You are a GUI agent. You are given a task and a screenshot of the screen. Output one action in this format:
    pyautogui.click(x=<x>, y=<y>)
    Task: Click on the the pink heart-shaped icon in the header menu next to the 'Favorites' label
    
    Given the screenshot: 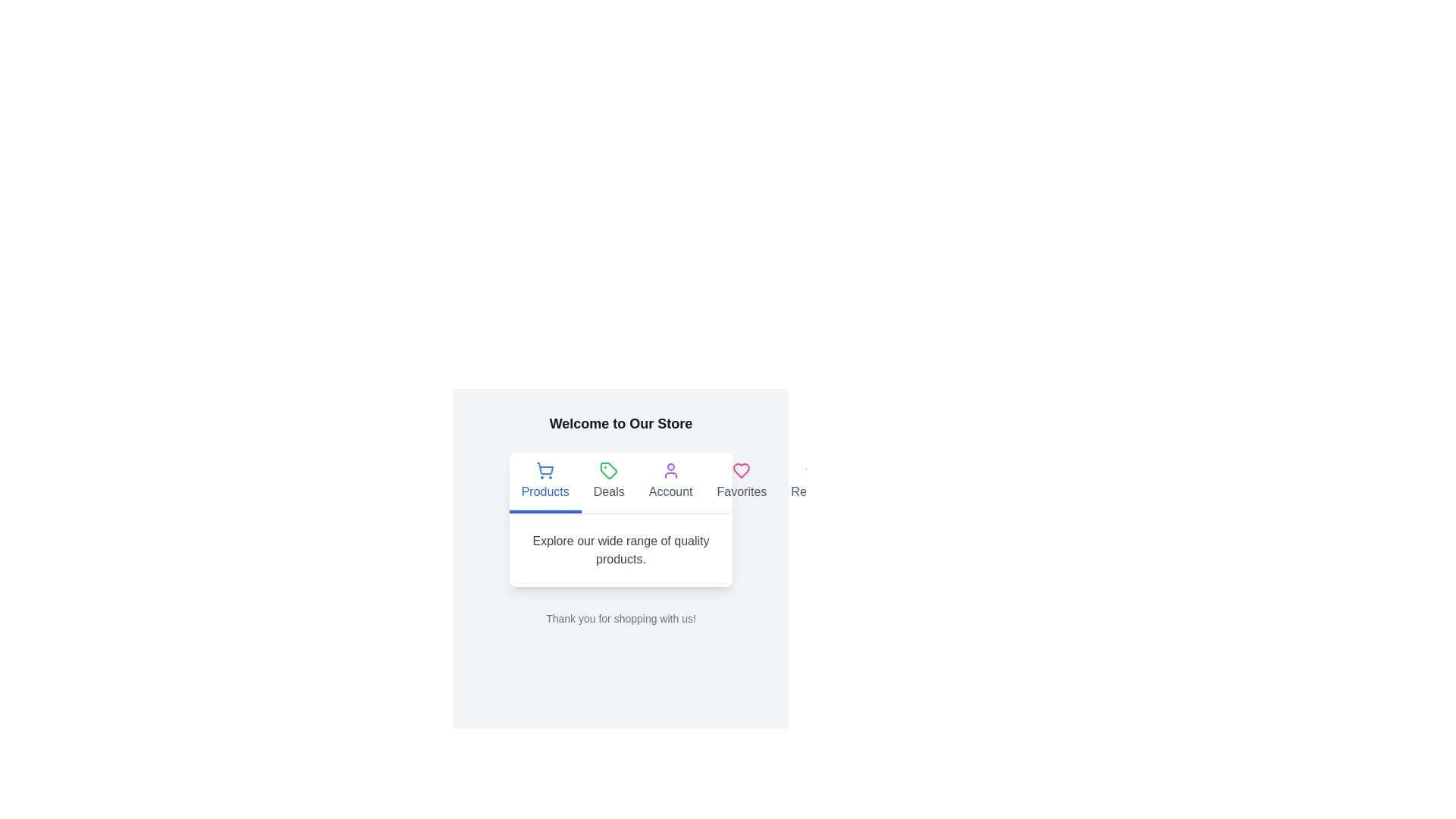 What is the action you would take?
    pyautogui.click(x=742, y=470)
    